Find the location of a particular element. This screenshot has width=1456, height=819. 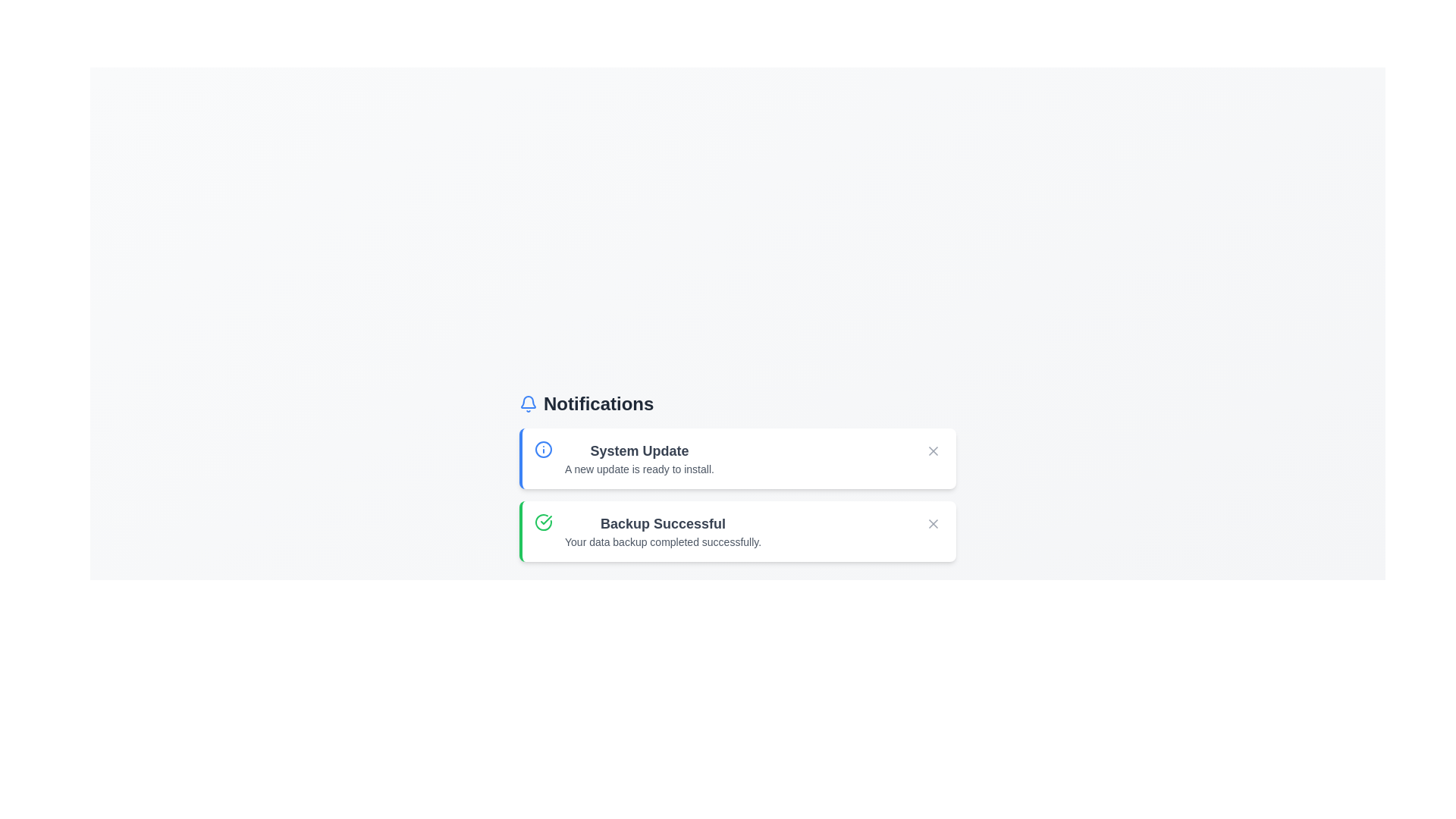

the notification icon located to the left of the 'Notifications' text, which visually represents the section's purpose is located at coordinates (528, 403).